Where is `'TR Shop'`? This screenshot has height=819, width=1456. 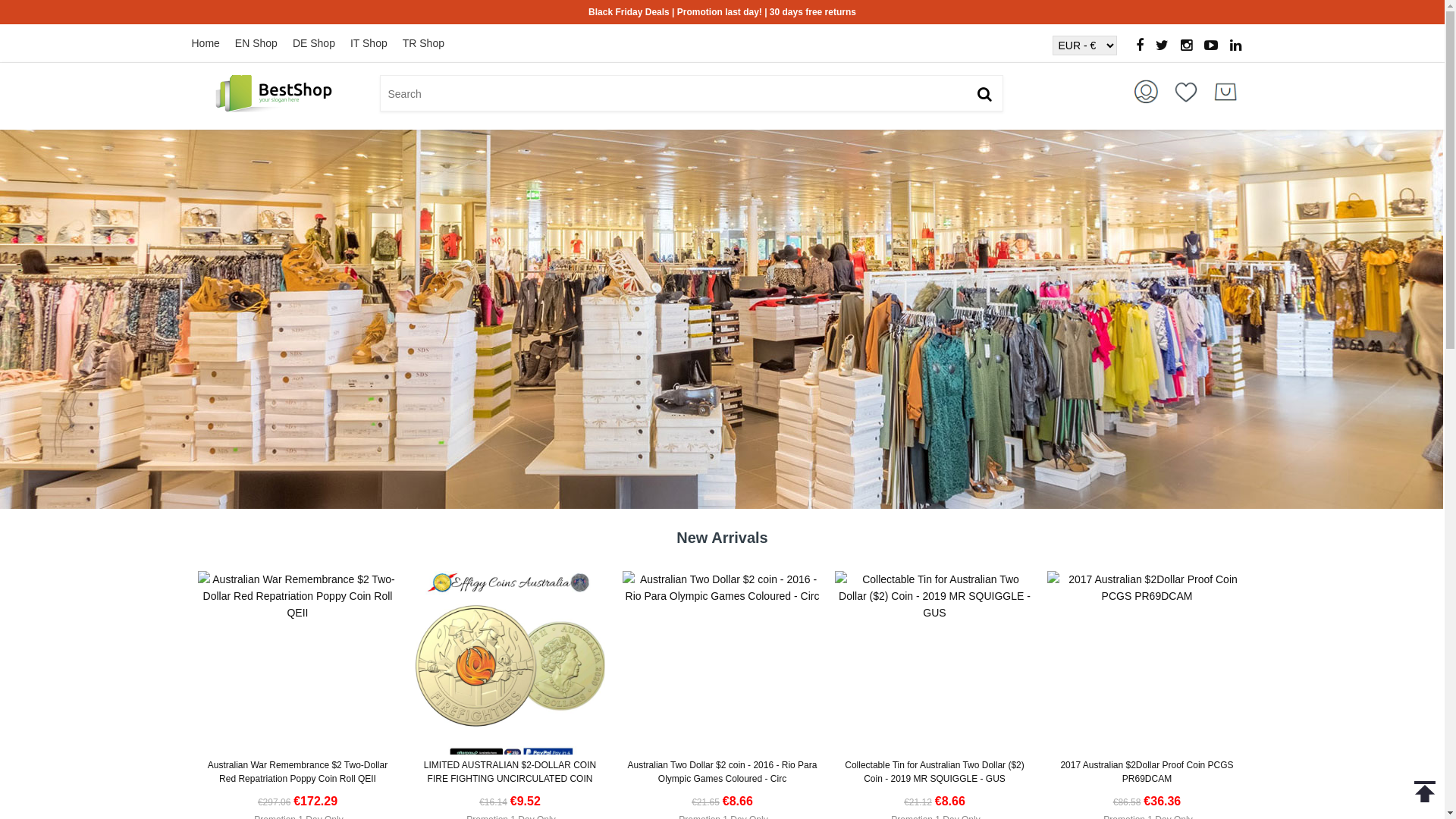 'TR Shop' is located at coordinates (403, 42).